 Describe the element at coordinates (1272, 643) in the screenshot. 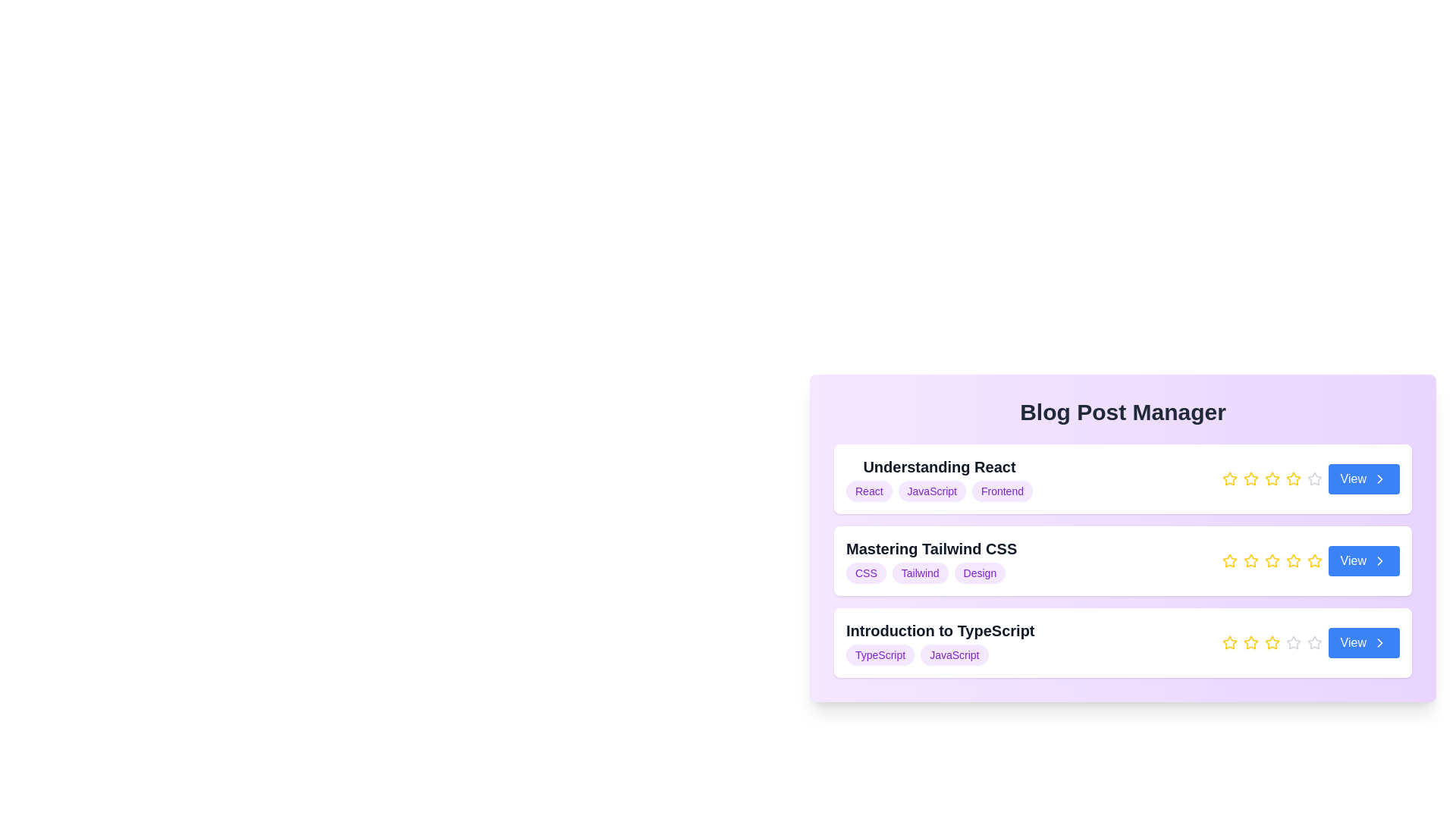

I see `the fourth star icon in the rating system for the 'Introduction to TypeScript' item, which is styled with a yellow outline and a hollow center` at that location.